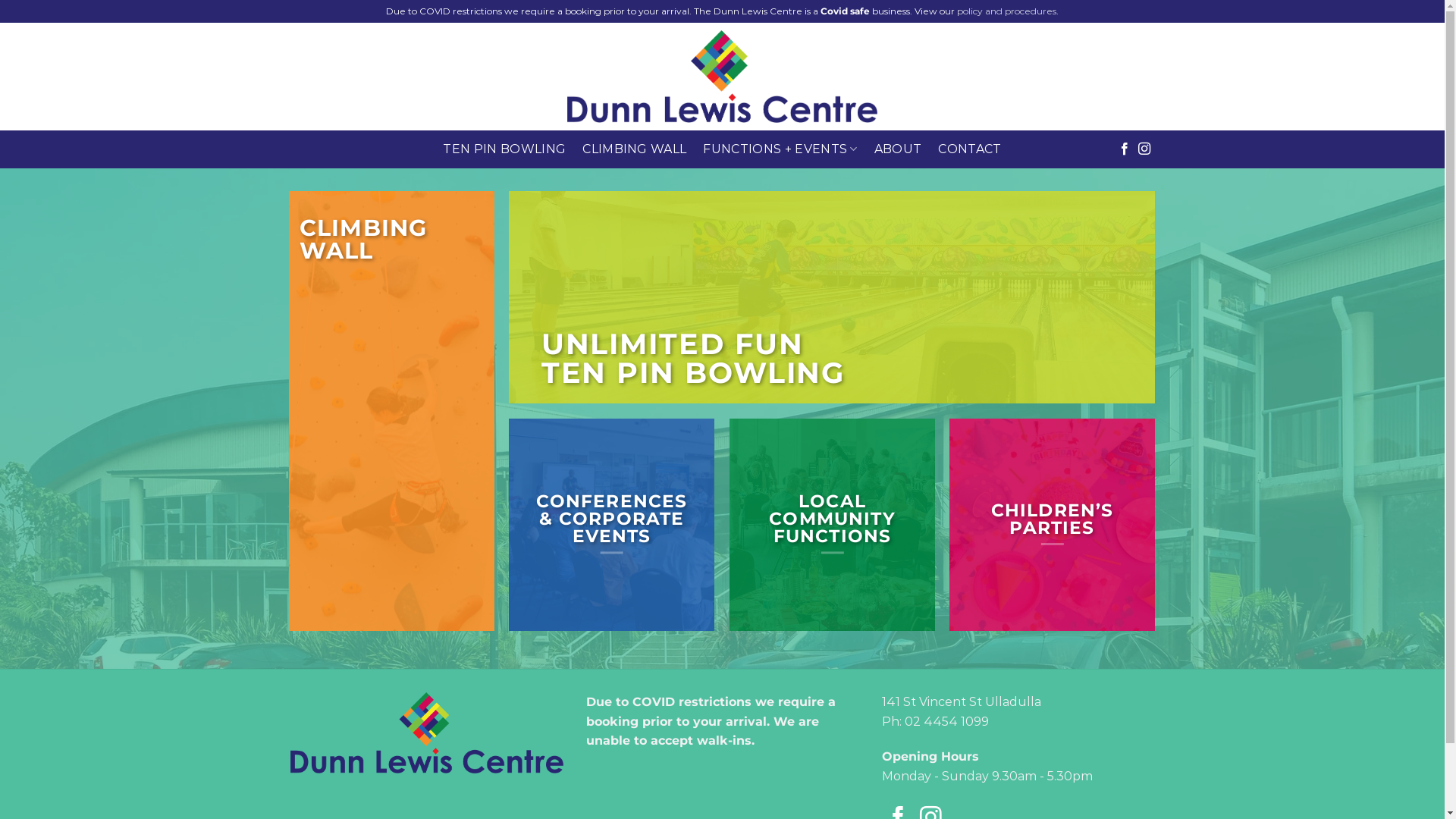 This screenshot has height=819, width=1456. What do you see at coordinates (611, 517) in the screenshot?
I see `'CONFERENCES & CORPORATE EVENTS'` at bounding box center [611, 517].